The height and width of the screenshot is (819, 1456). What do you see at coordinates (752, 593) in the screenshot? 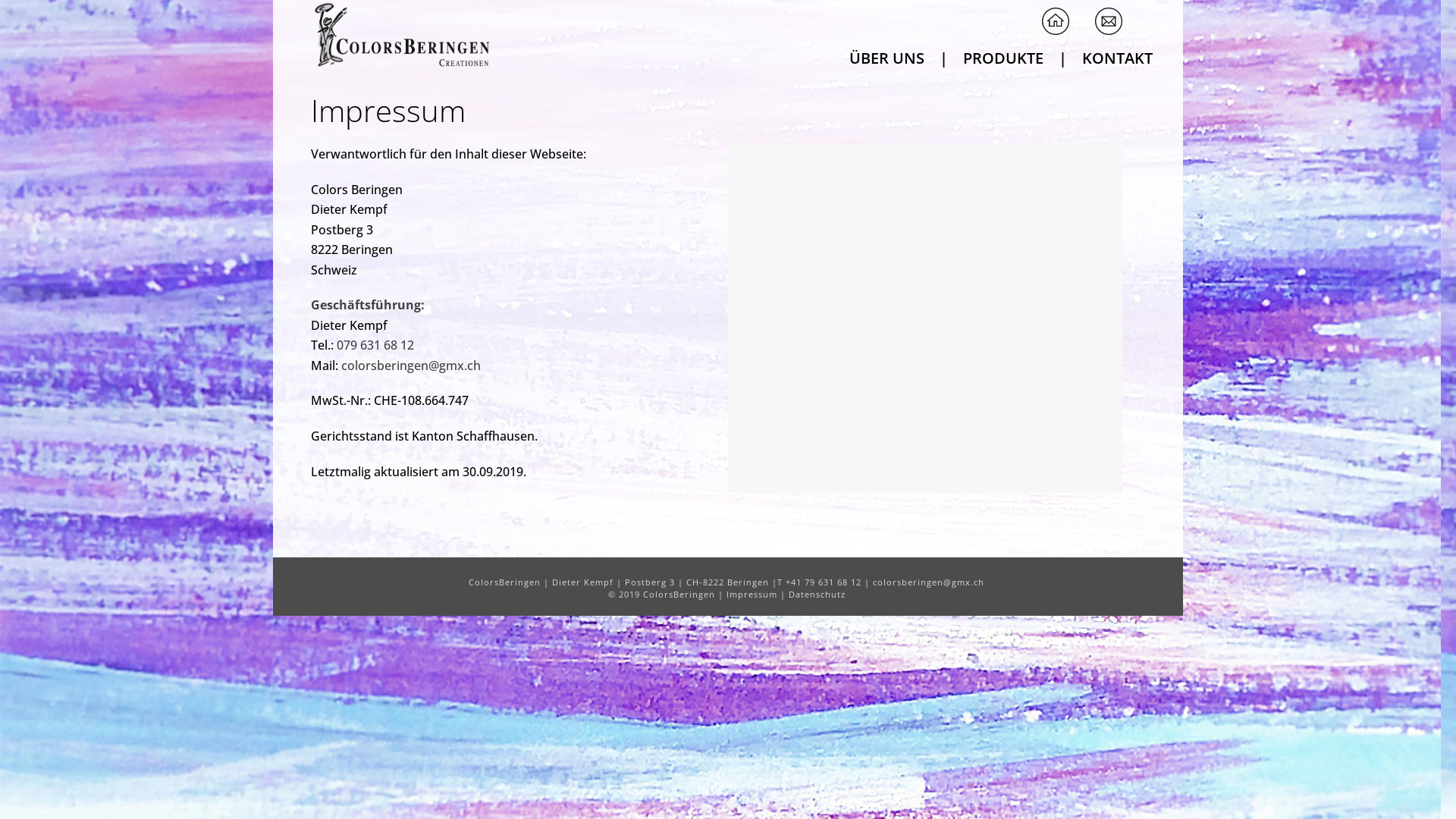
I see `'Impressum'` at bounding box center [752, 593].